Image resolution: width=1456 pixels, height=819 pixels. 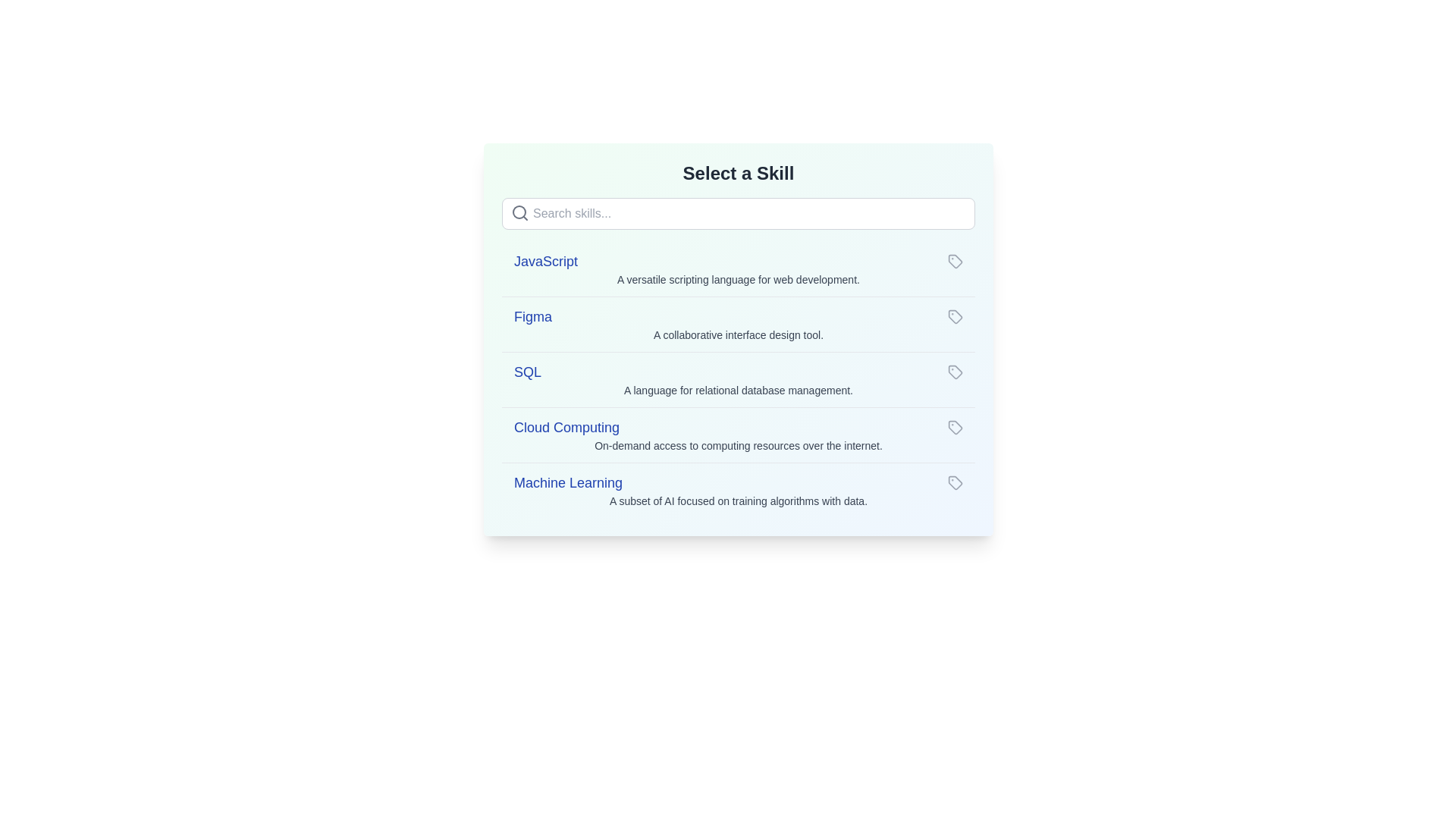 What do you see at coordinates (739, 427) in the screenshot?
I see `the 'Cloud Computing' list item` at bounding box center [739, 427].